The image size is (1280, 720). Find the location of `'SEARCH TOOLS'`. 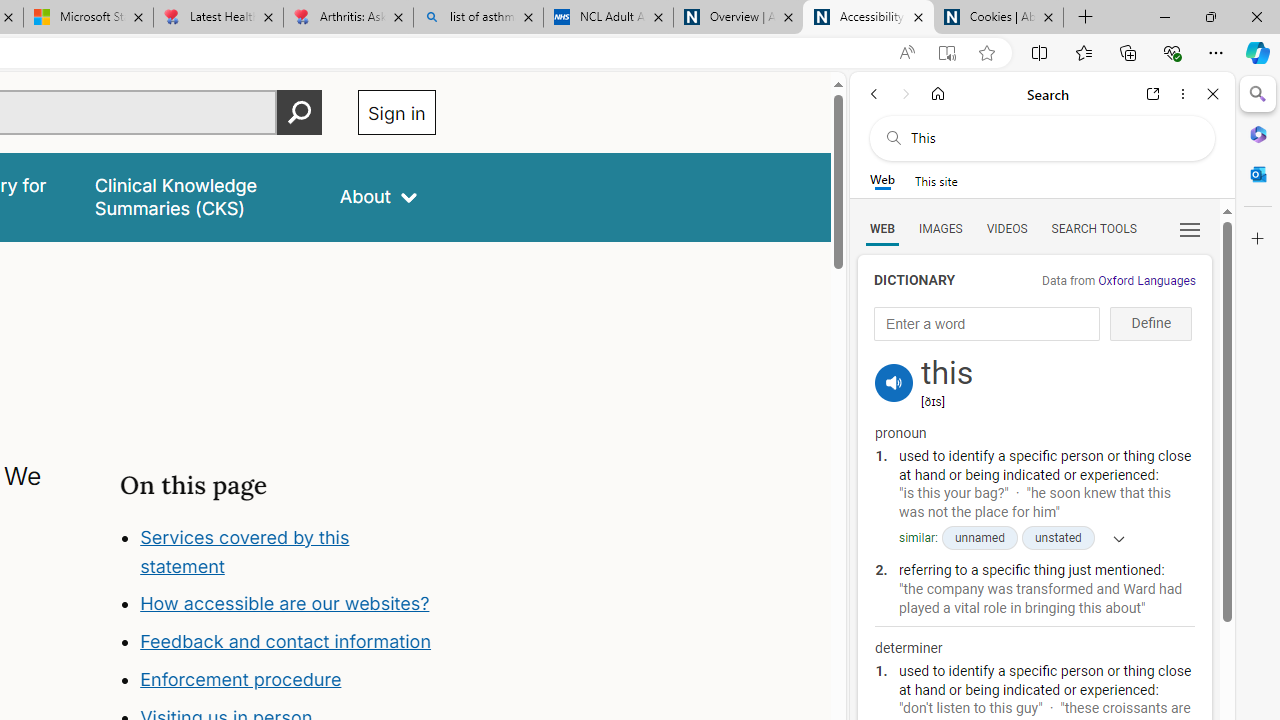

'SEARCH TOOLS' is located at coordinates (1092, 227).